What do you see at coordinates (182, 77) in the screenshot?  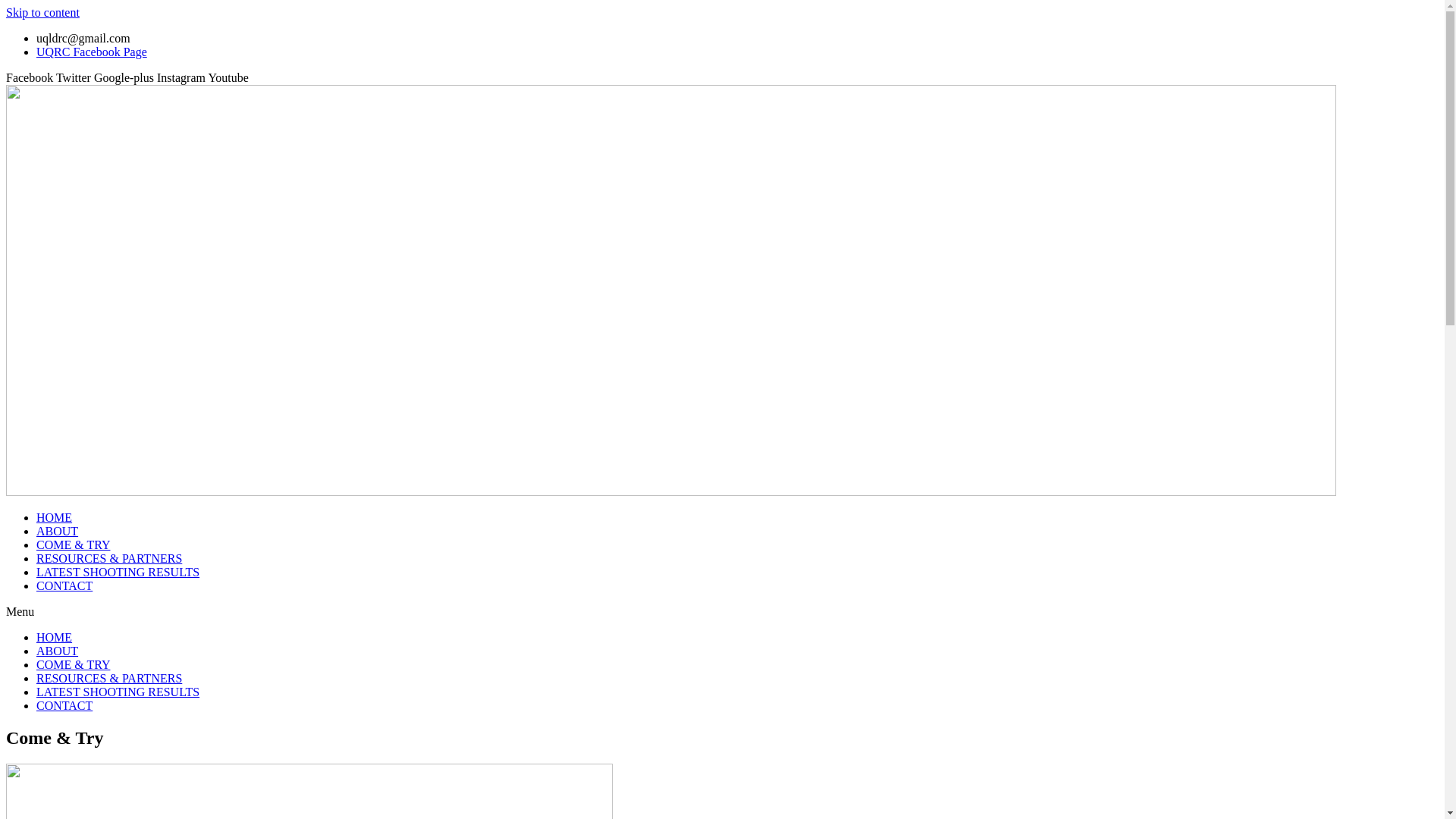 I see `'Instagram'` at bounding box center [182, 77].